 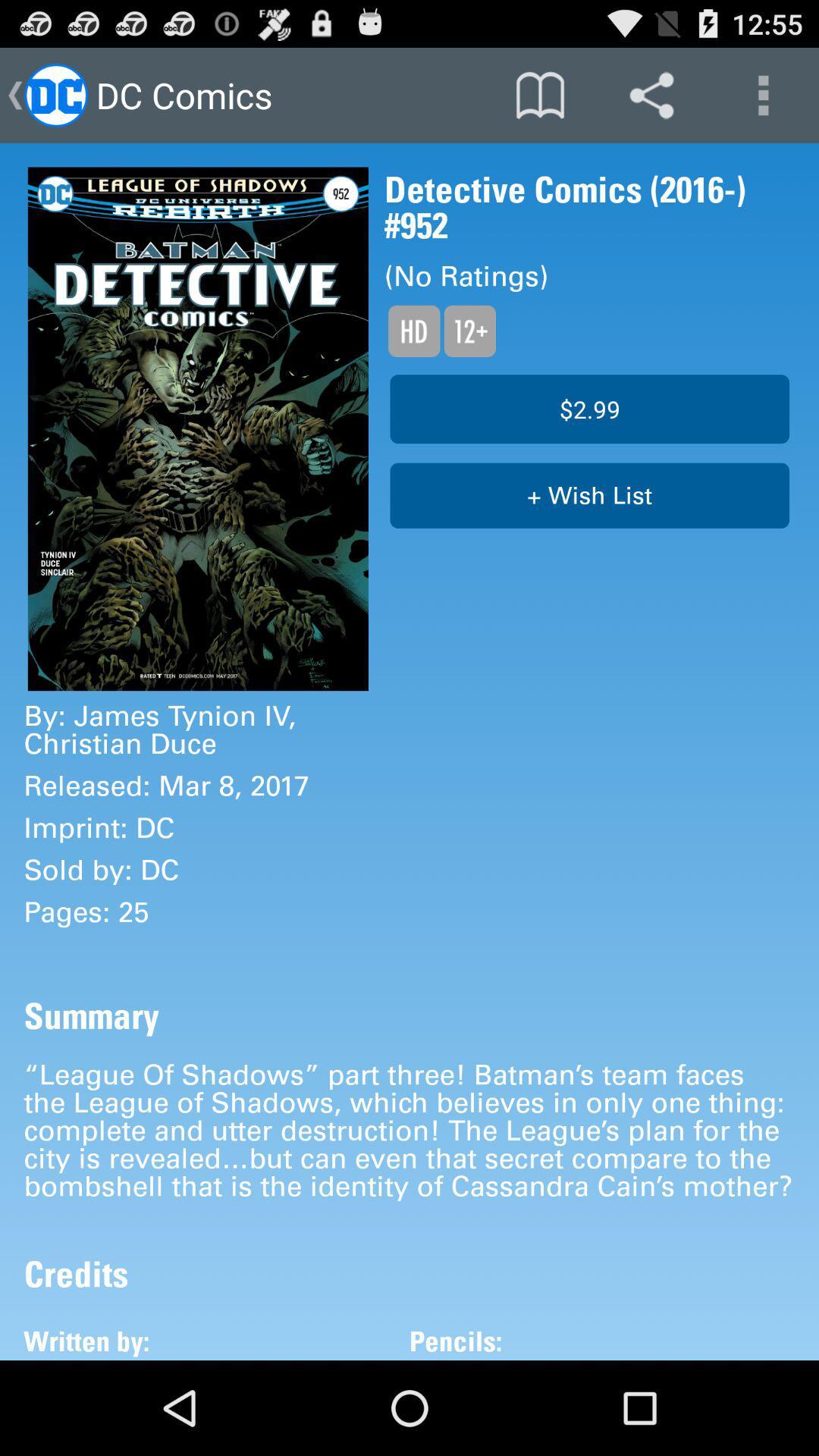 I want to click on read the text below no ratings, so click(x=440, y=330).